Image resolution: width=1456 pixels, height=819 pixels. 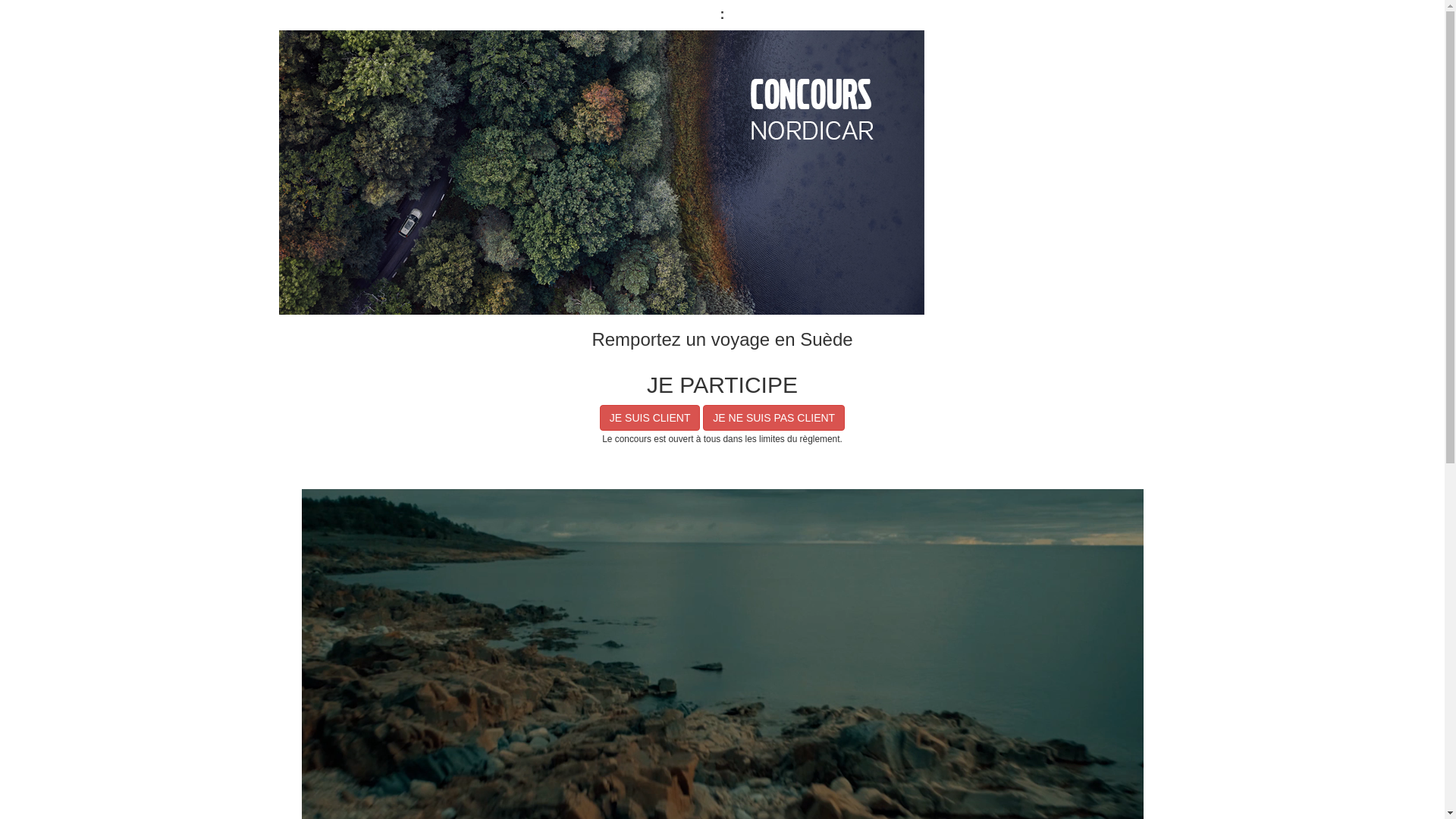 I want to click on 'JE SUIS CLIENT', so click(x=650, y=418).